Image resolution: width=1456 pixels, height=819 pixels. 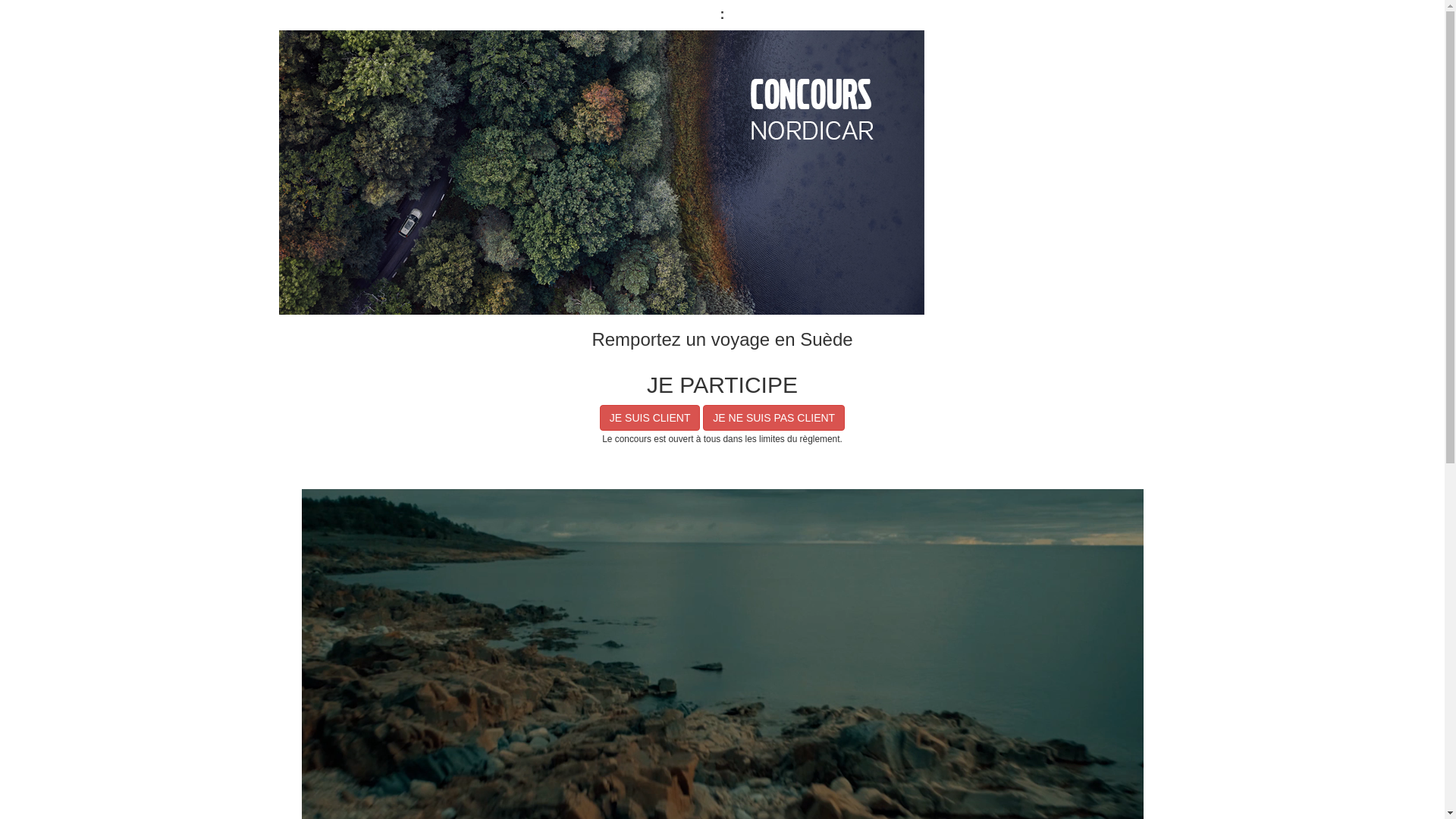 I want to click on 'JE SUIS CLIENT', so click(x=650, y=418).